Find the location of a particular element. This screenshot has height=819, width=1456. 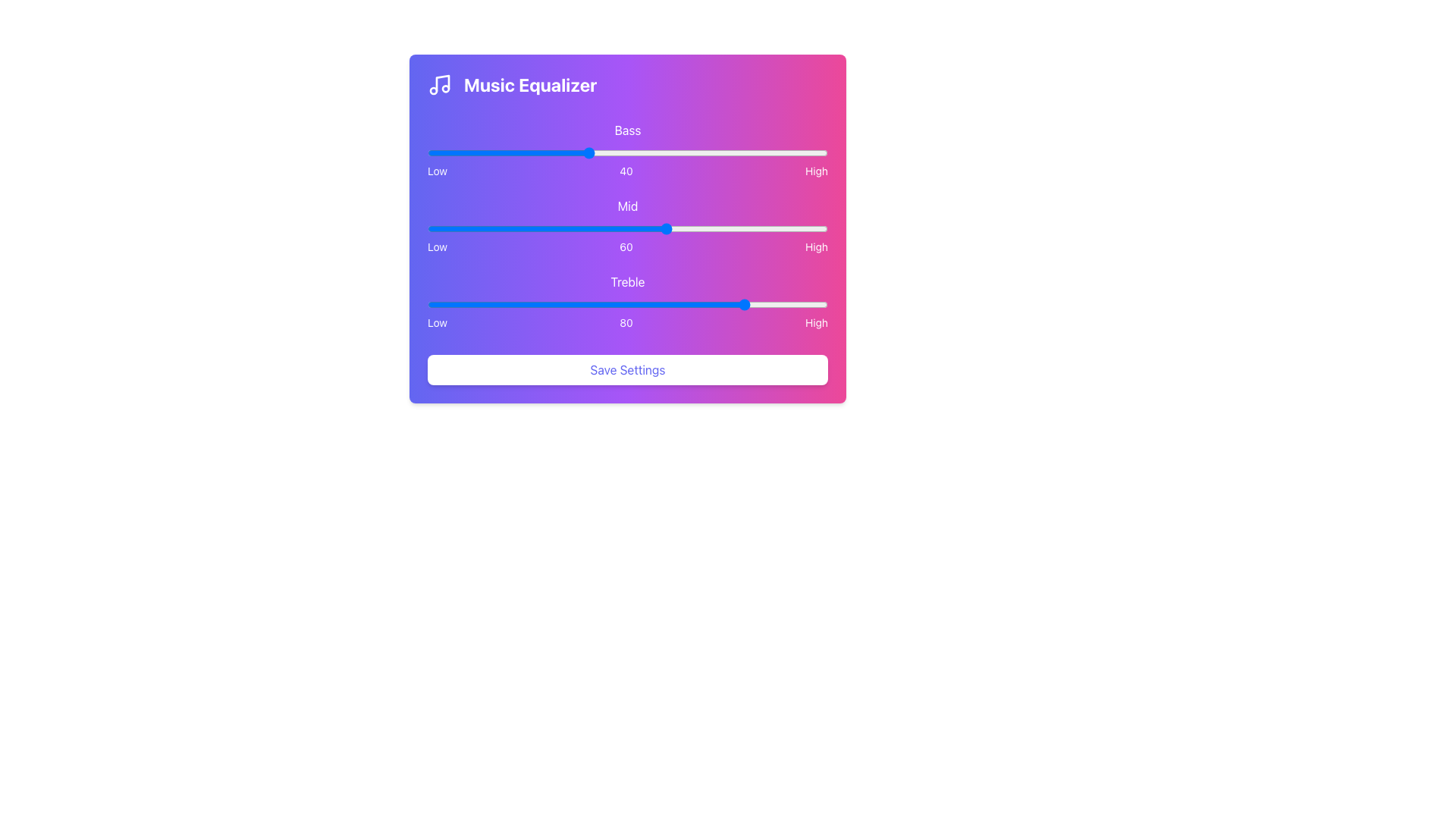

the bass level is located at coordinates (555, 152).